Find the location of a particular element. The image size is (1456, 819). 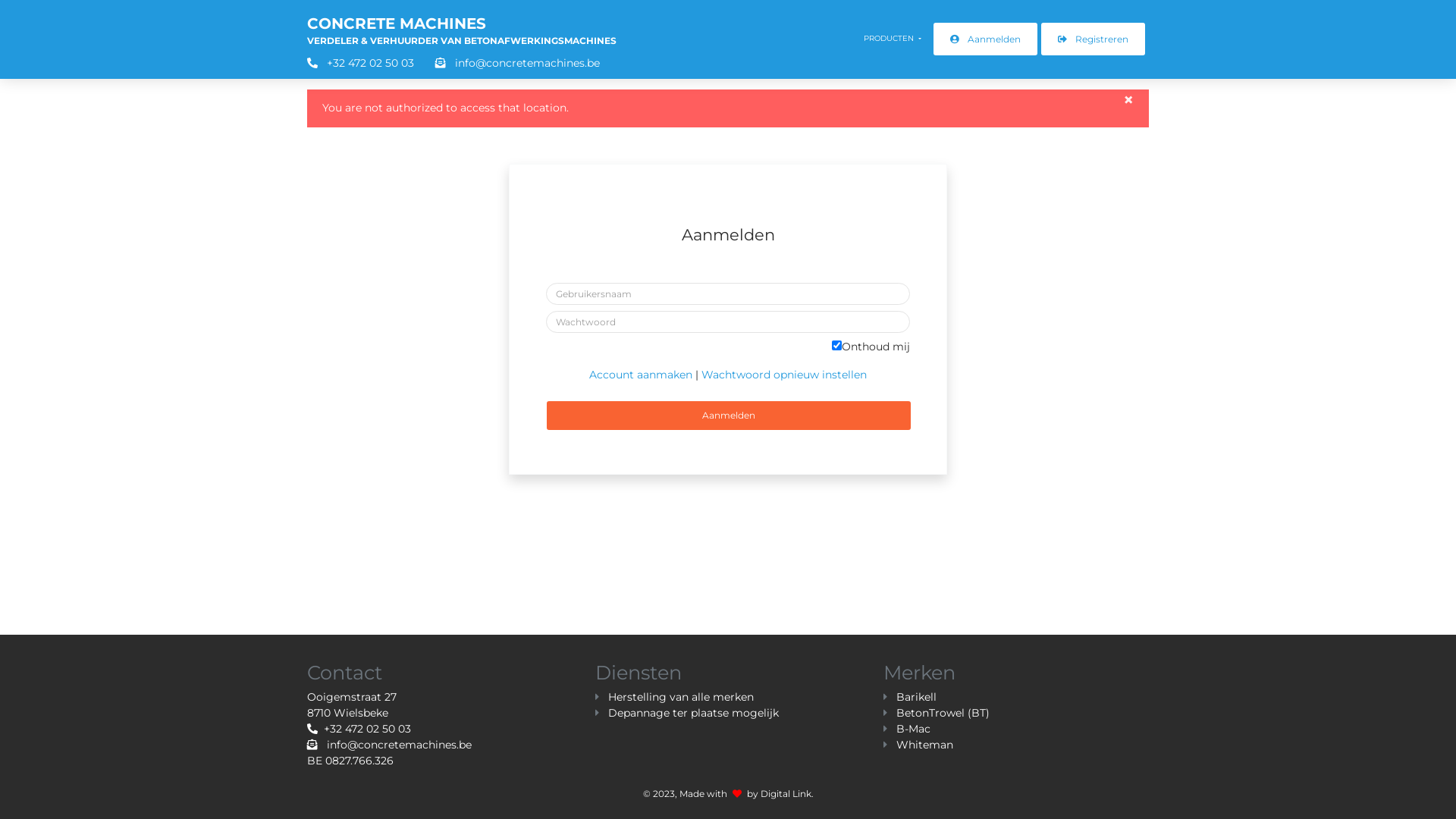

'Wachtwoord opnieuw instellen' is located at coordinates (783, 374).